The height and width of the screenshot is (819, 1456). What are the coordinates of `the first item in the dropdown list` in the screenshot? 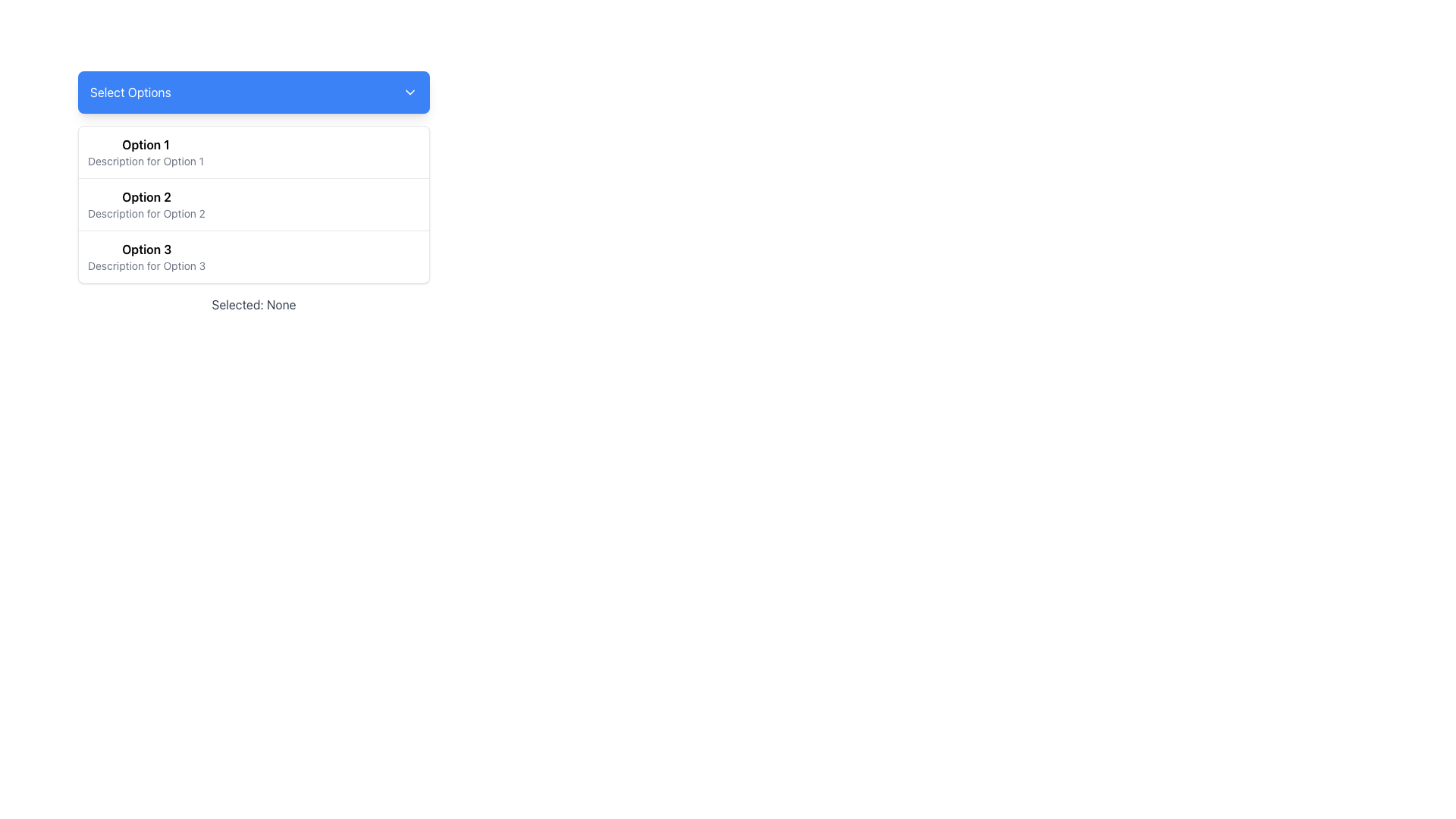 It's located at (254, 152).